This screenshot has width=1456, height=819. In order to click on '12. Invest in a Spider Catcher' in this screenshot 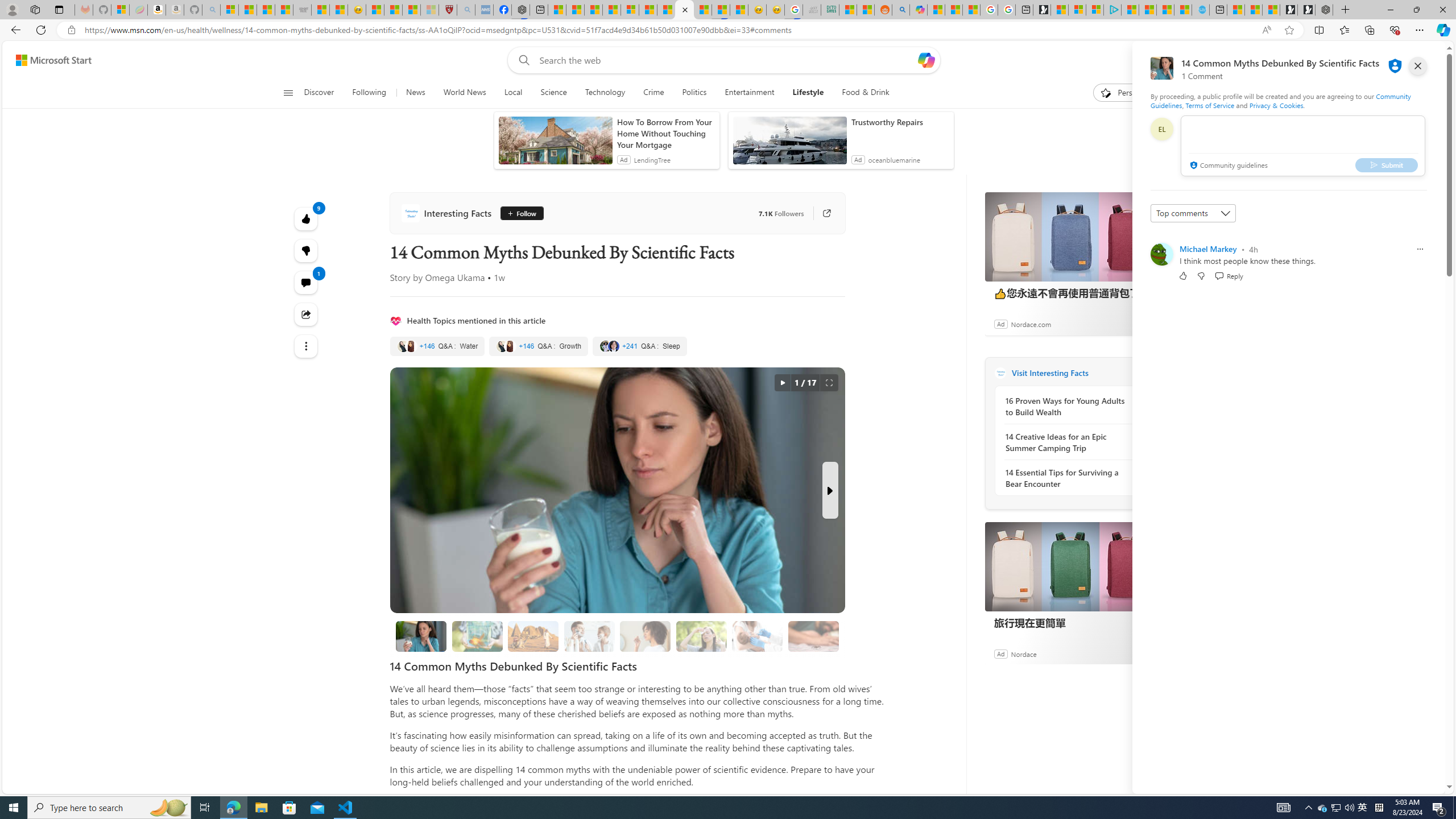, I will do `click(812, 636)`.